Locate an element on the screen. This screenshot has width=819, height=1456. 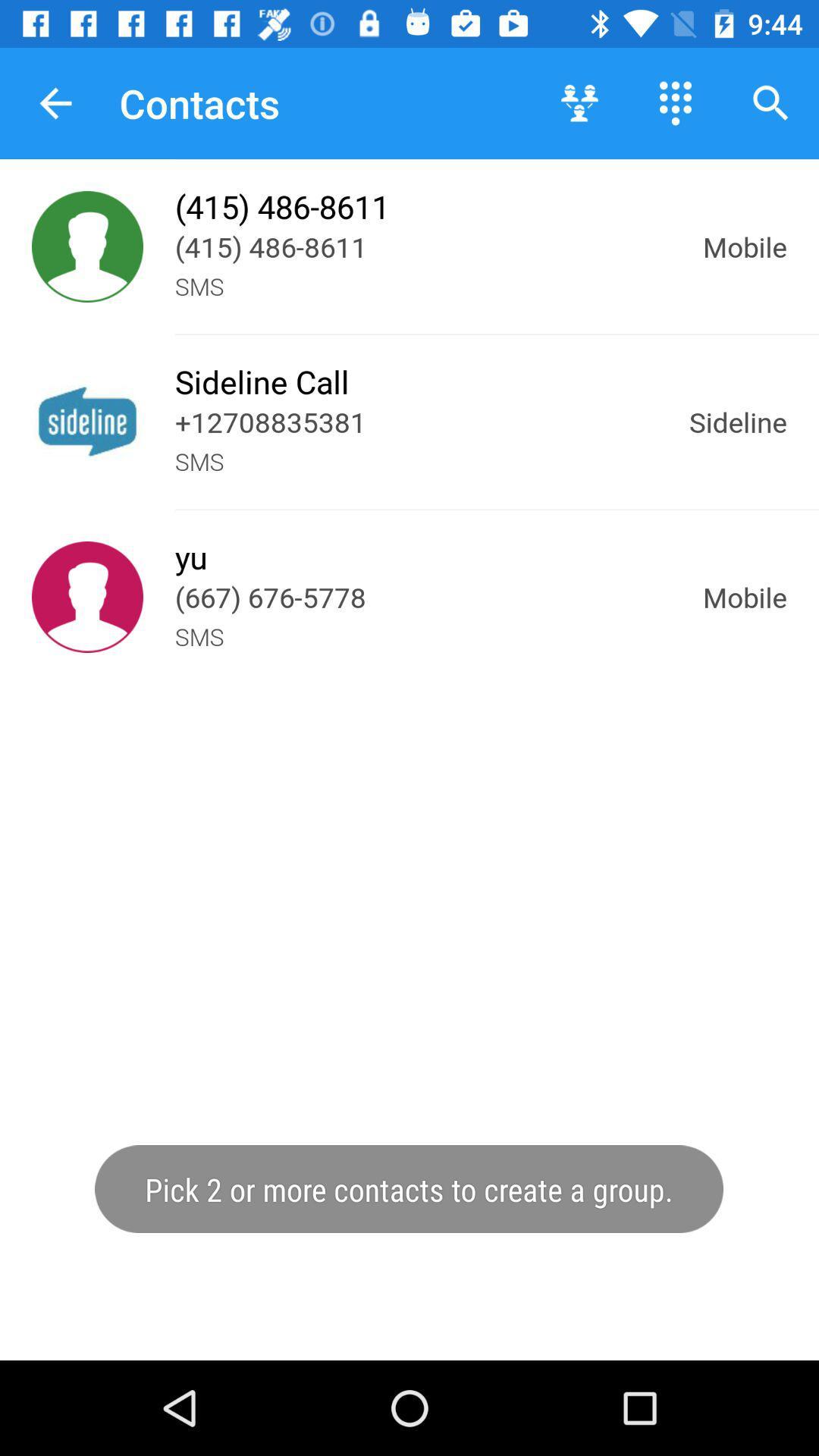
contact is located at coordinates (87, 596).